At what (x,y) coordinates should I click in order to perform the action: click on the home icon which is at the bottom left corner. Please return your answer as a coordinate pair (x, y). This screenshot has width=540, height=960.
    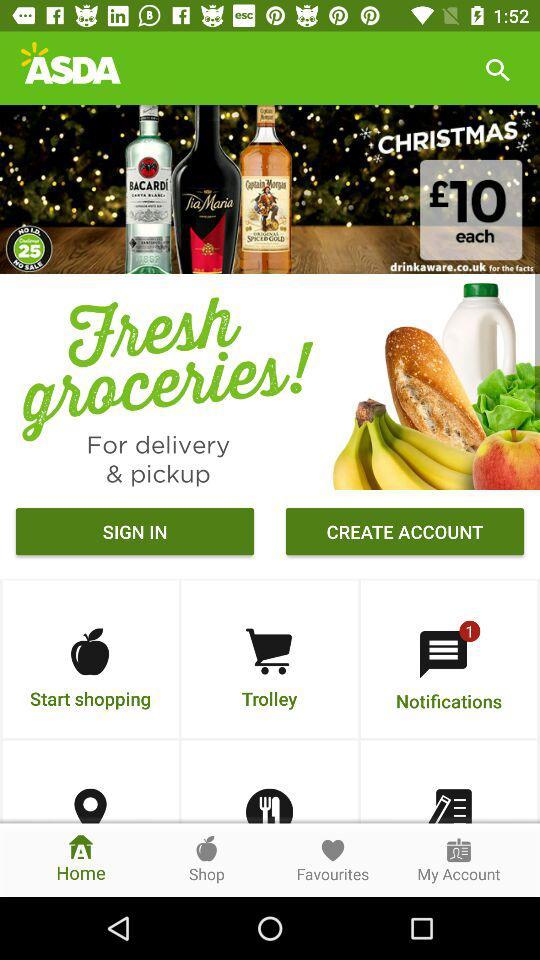
    Looking at the image, I should click on (80, 859).